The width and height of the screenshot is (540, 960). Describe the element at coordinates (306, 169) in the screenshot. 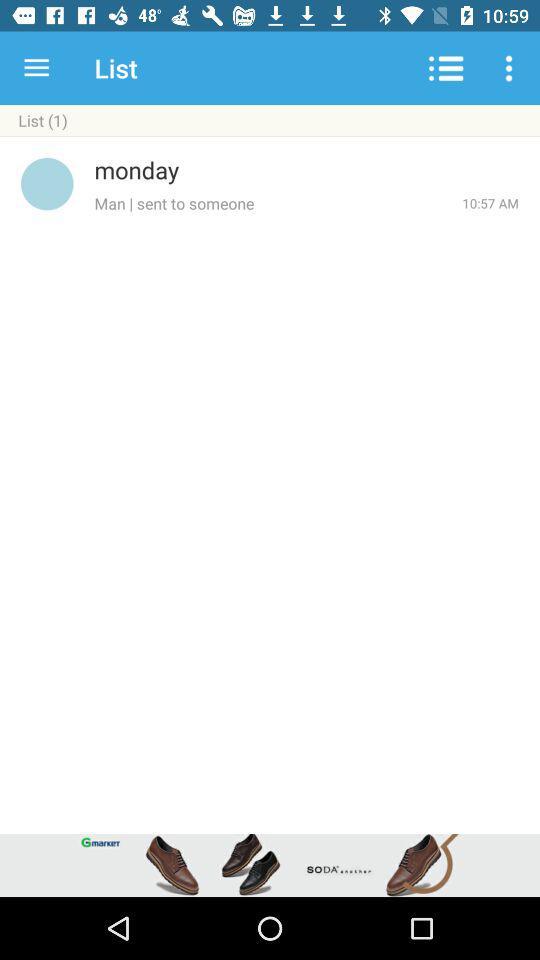

I see `monday item` at that location.